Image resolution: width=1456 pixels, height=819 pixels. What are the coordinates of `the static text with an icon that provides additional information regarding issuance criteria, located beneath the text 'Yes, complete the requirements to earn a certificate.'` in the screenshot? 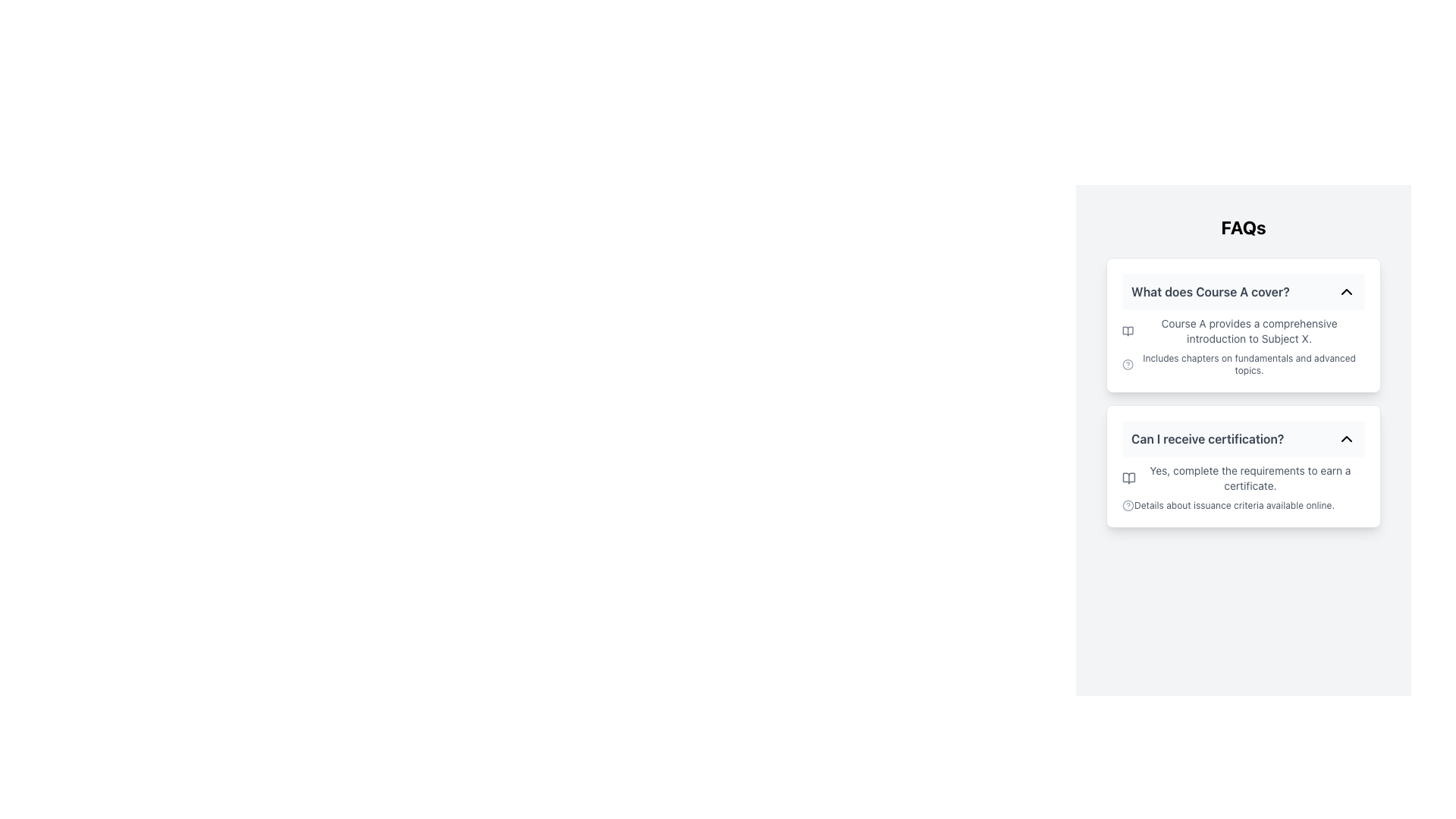 It's located at (1244, 506).